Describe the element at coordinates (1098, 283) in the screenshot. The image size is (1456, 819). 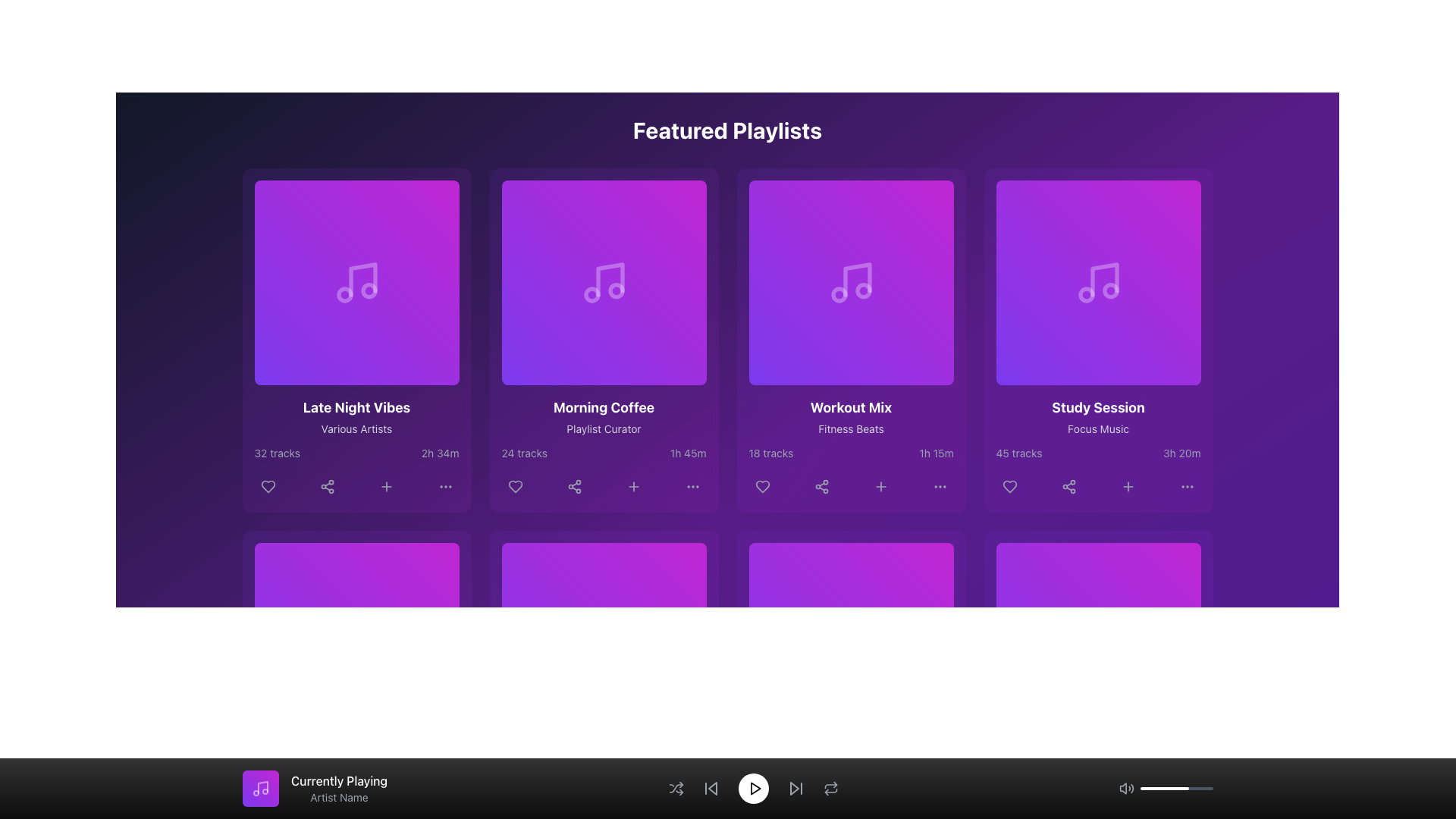
I see `the circular play button located within the 'Study Session' card that has a gradient background and a play icon inside to play media` at that location.